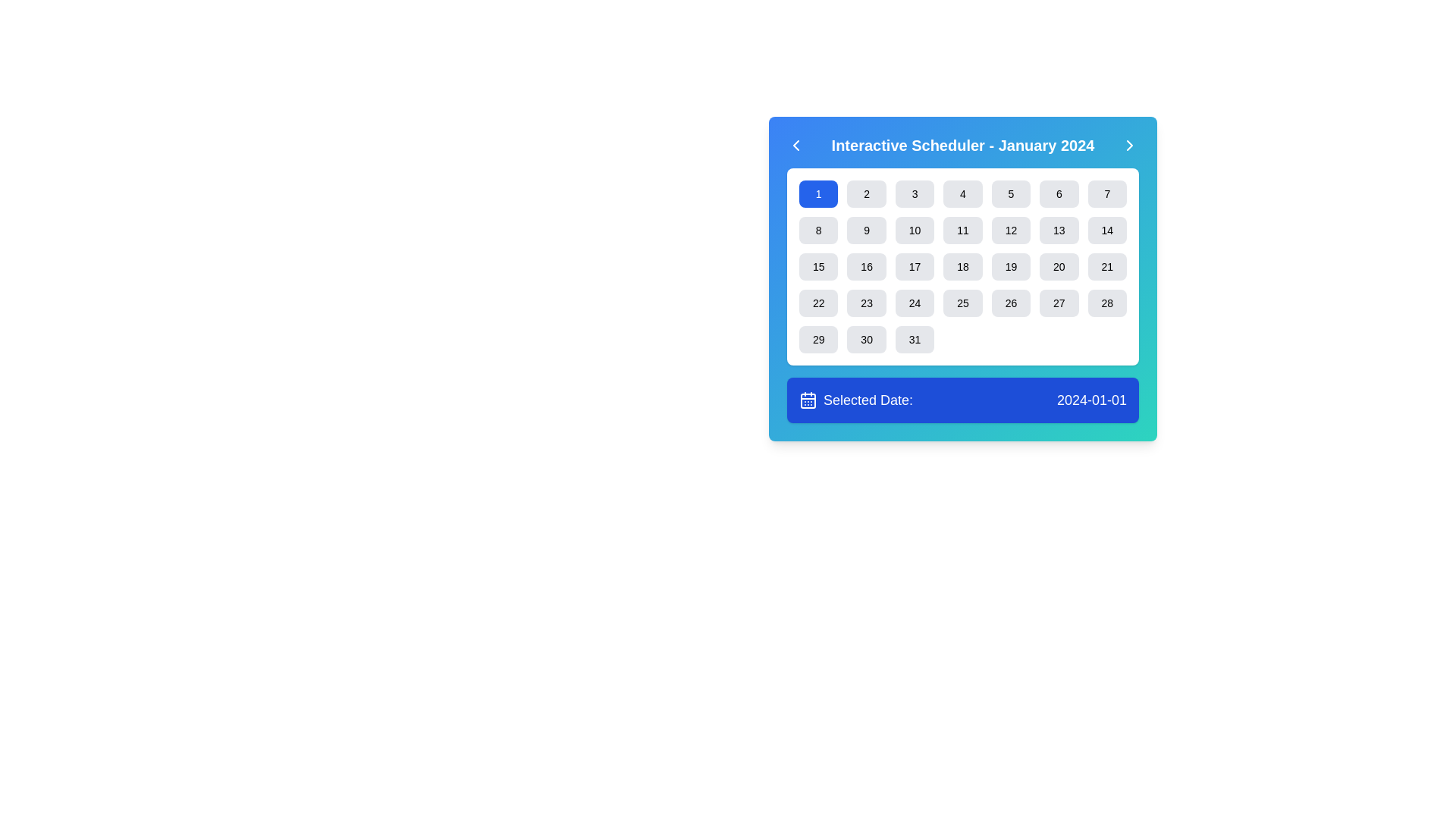 This screenshot has width=1456, height=819. What do you see at coordinates (1129, 146) in the screenshot?
I see `the right-pointing chevron icon button located at the top-right corner of the header labeled 'Interactive Scheduler - January 2024'` at bounding box center [1129, 146].